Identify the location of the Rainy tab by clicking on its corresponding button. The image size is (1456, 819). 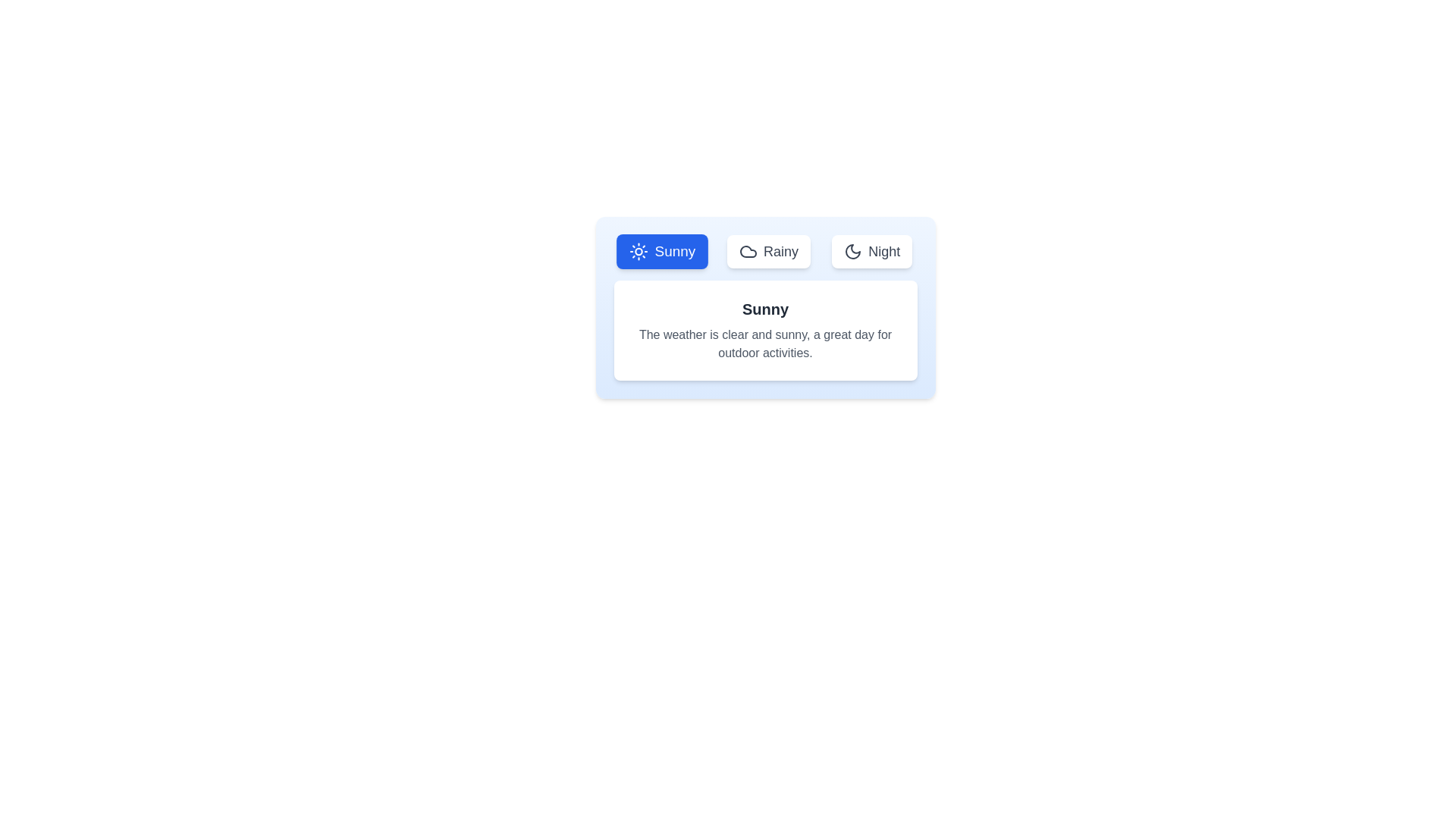
(768, 250).